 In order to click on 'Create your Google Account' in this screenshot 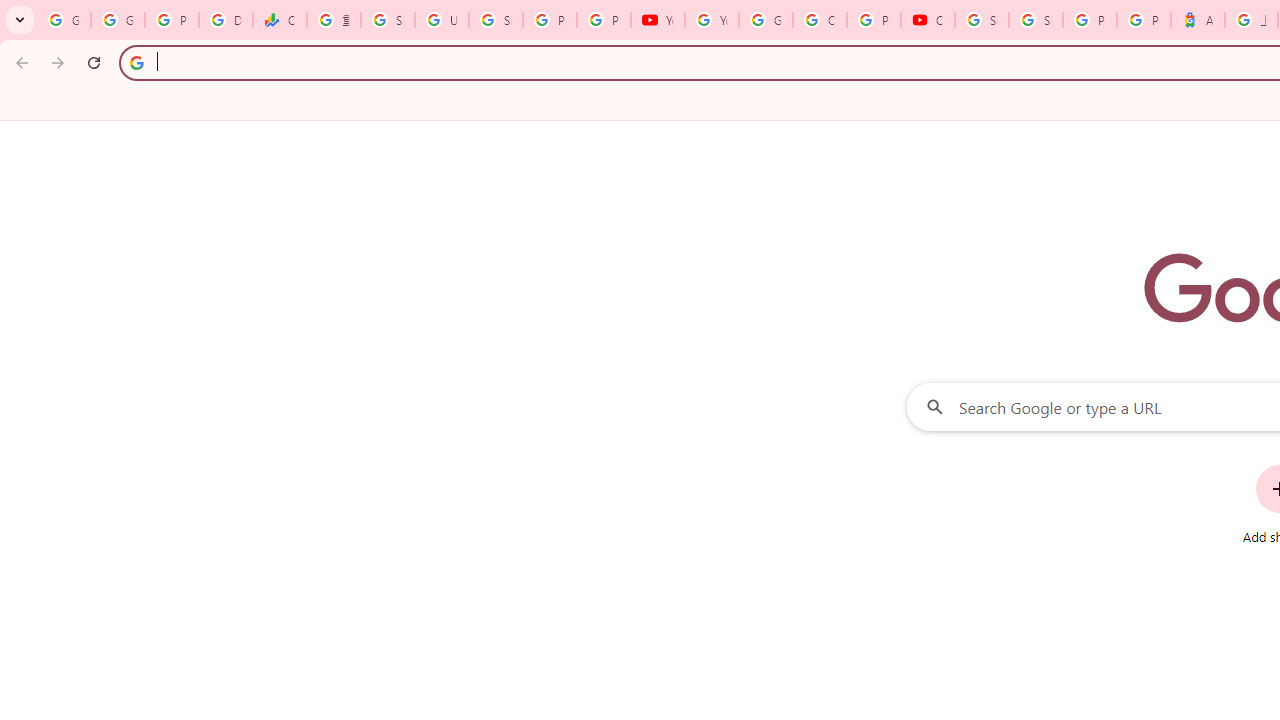, I will do `click(819, 20)`.